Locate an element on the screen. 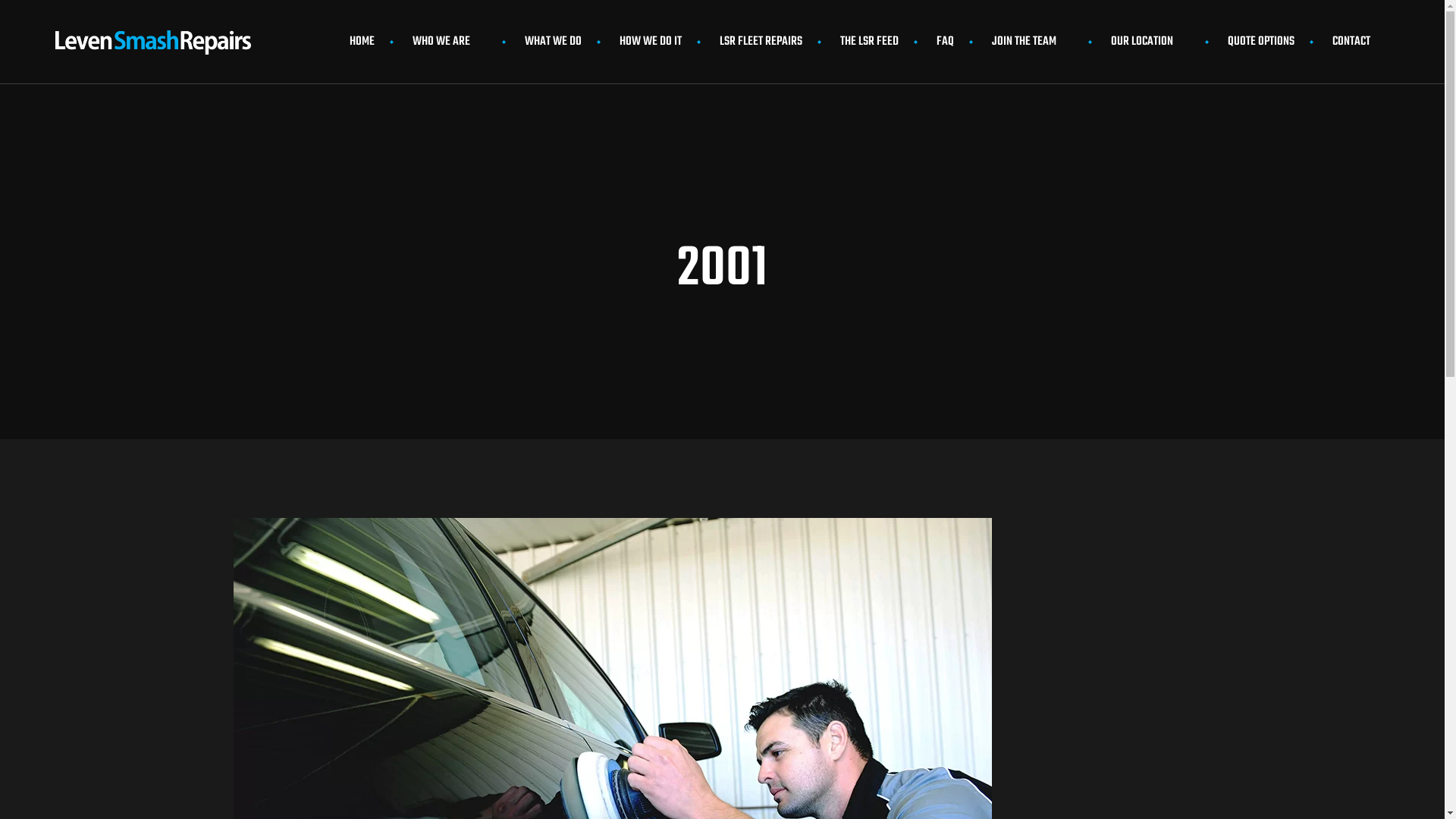 The image size is (1456, 819). 'HOW WE DO IT' is located at coordinates (651, 40).